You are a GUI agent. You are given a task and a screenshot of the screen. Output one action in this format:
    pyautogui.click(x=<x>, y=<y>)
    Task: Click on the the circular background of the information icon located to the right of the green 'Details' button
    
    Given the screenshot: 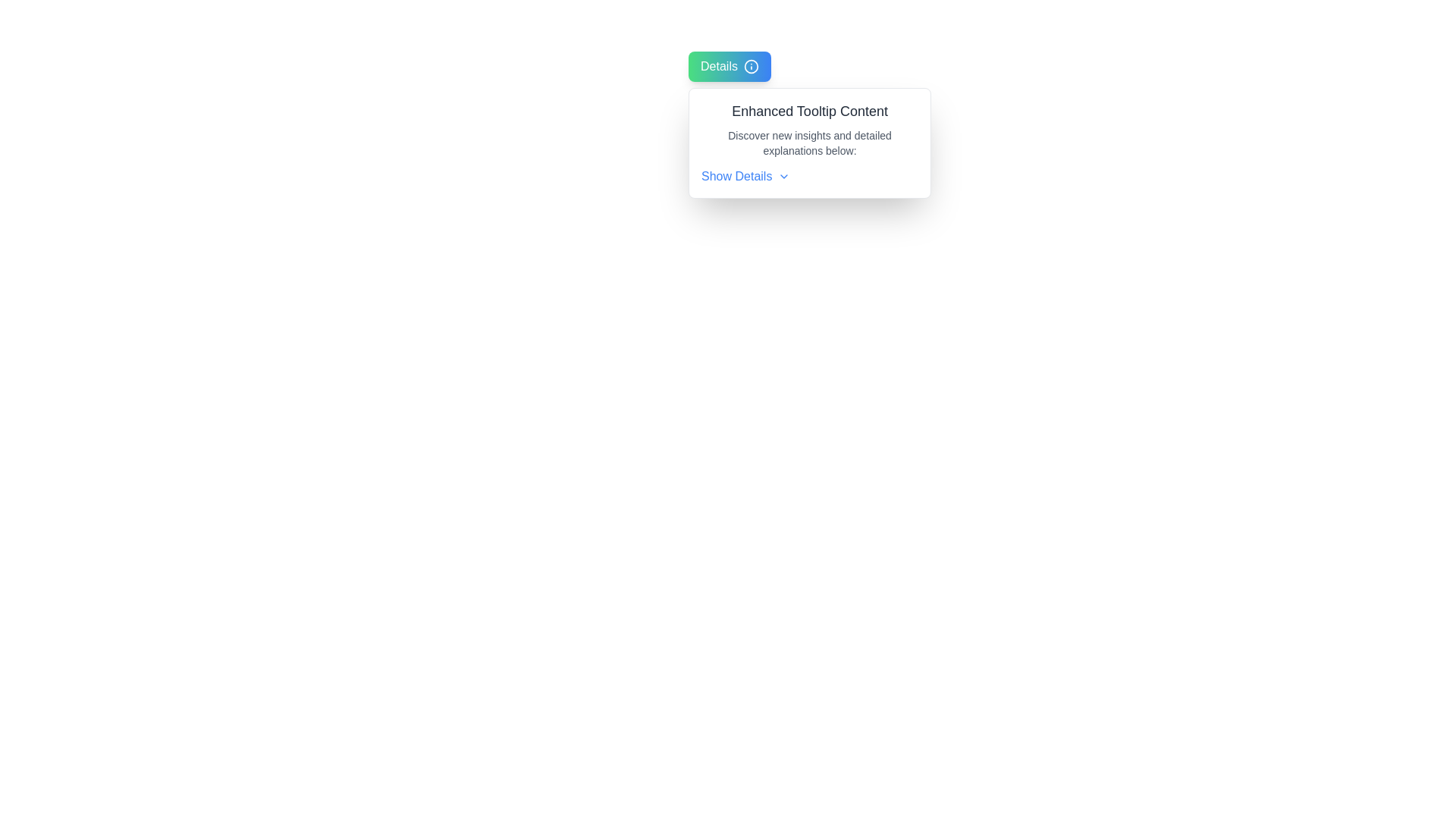 What is the action you would take?
    pyautogui.click(x=751, y=66)
    